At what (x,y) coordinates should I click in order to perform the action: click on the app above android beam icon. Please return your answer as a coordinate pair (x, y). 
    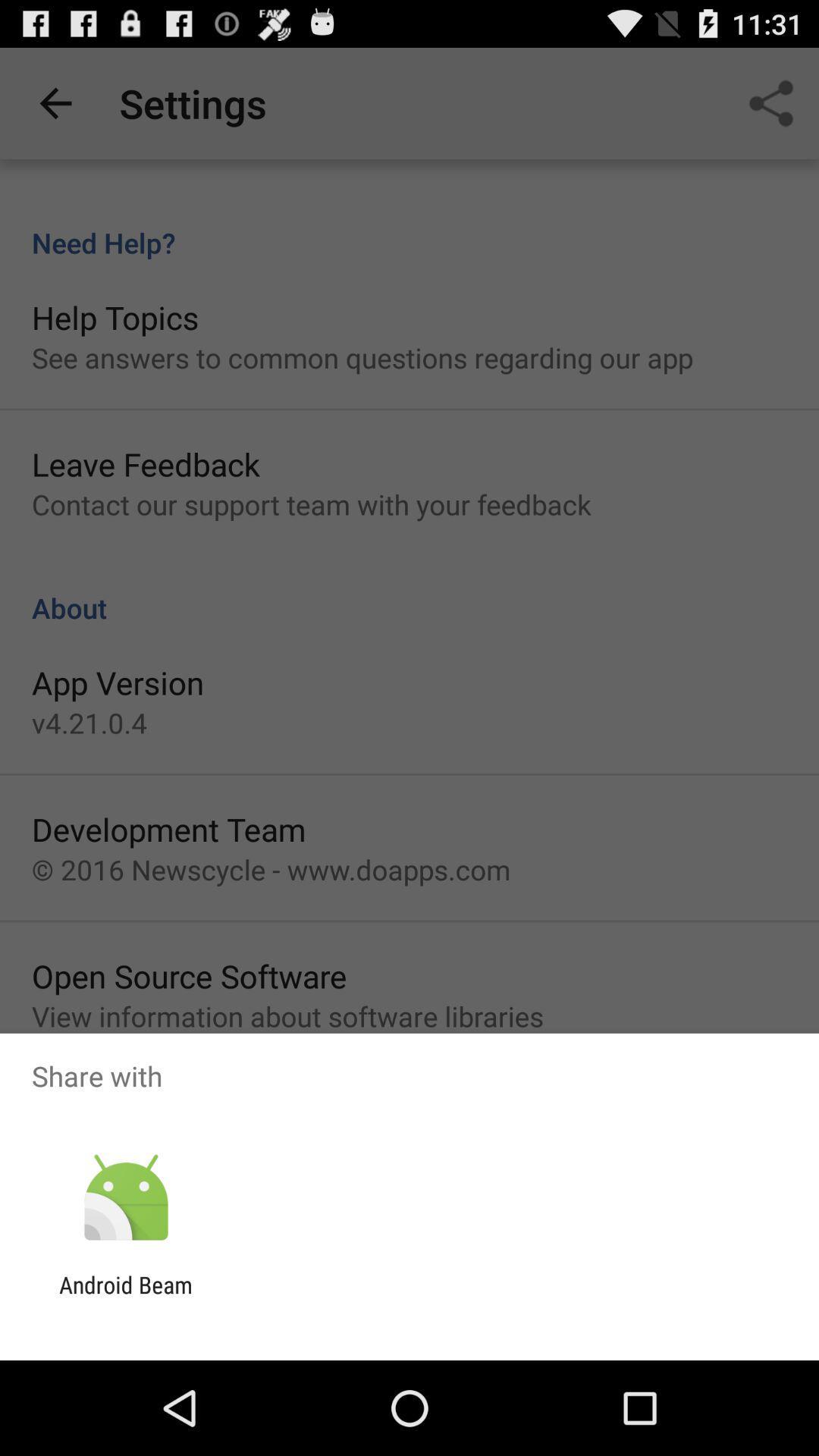
    Looking at the image, I should click on (125, 1197).